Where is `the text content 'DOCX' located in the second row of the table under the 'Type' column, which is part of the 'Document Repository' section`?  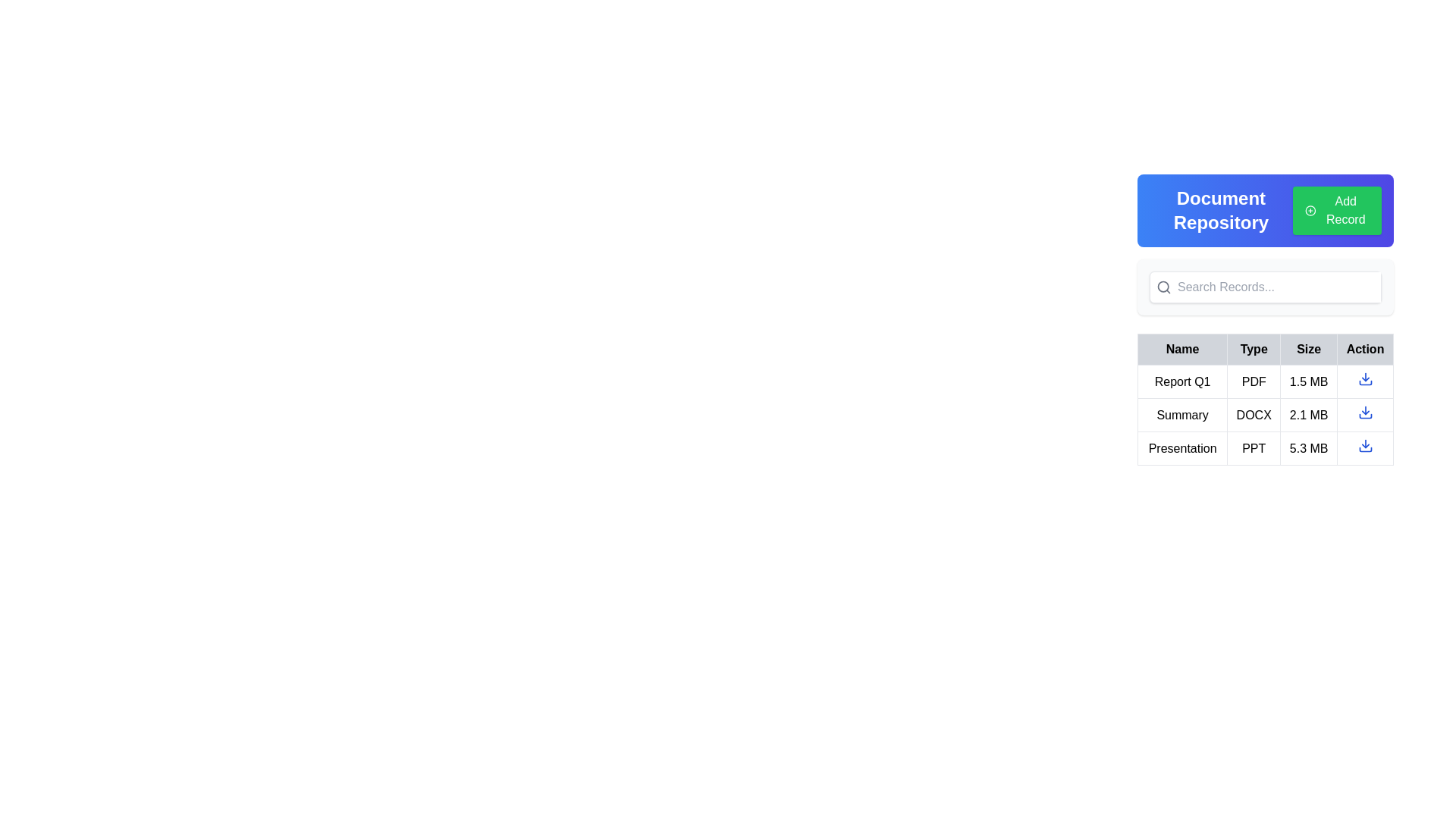 the text content 'DOCX' located in the second row of the table under the 'Type' column, which is part of the 'Document Repository' section is located at coordinates (1266, 415).